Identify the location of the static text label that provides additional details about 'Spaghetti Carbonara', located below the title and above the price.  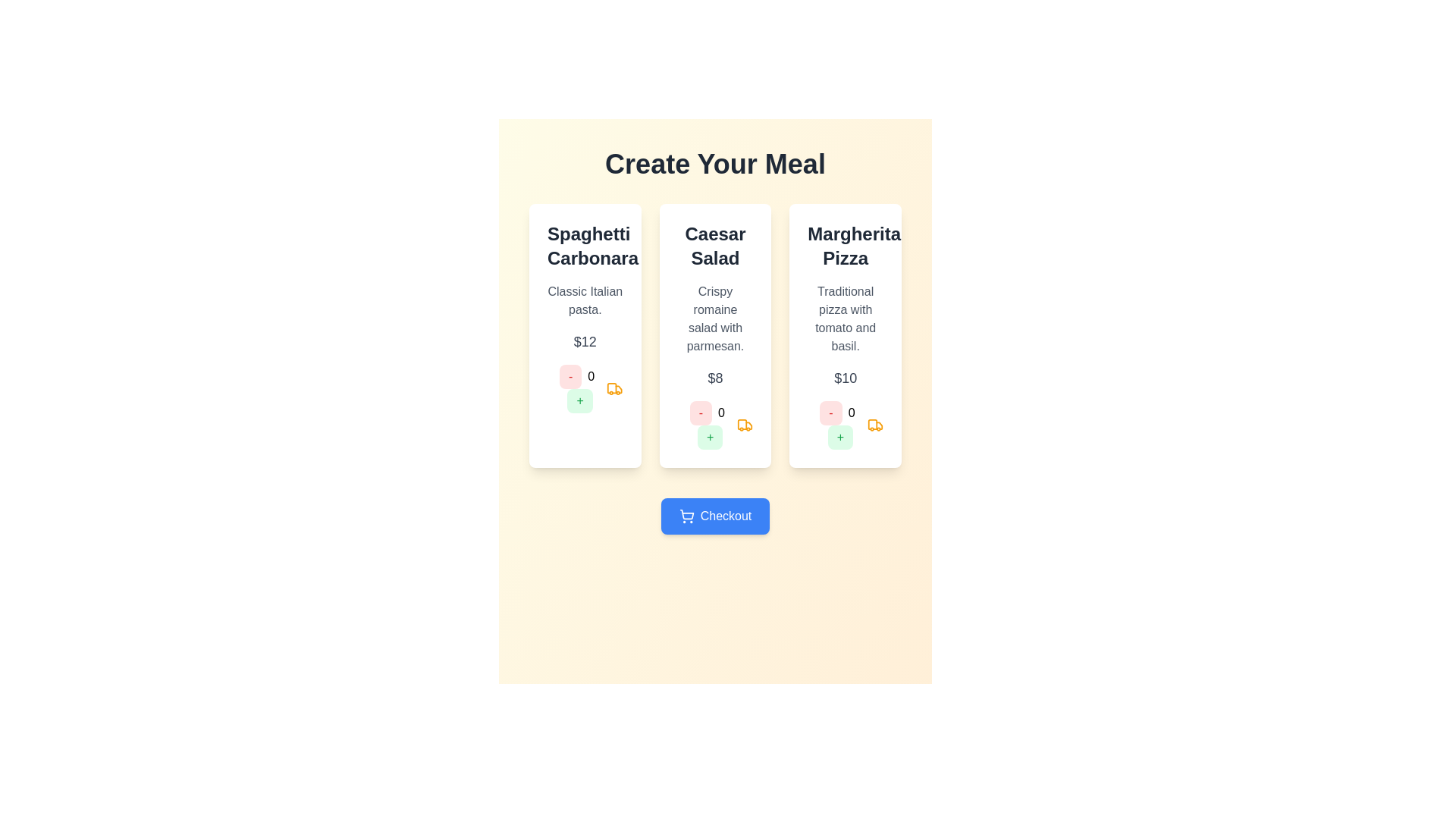
(584, 301).